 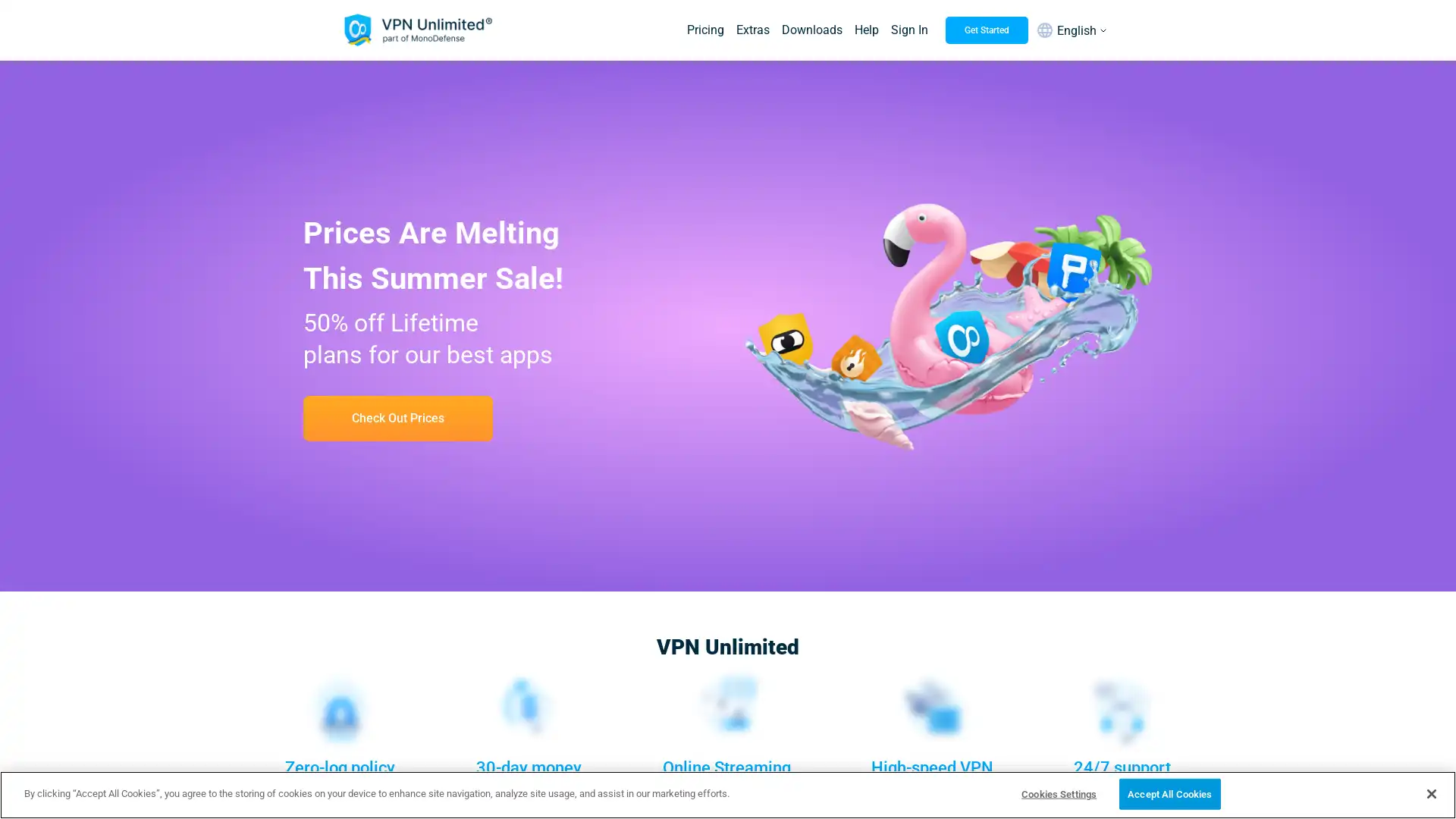 I want to click on Accept All Cookies, so click(x=1169, y=792).